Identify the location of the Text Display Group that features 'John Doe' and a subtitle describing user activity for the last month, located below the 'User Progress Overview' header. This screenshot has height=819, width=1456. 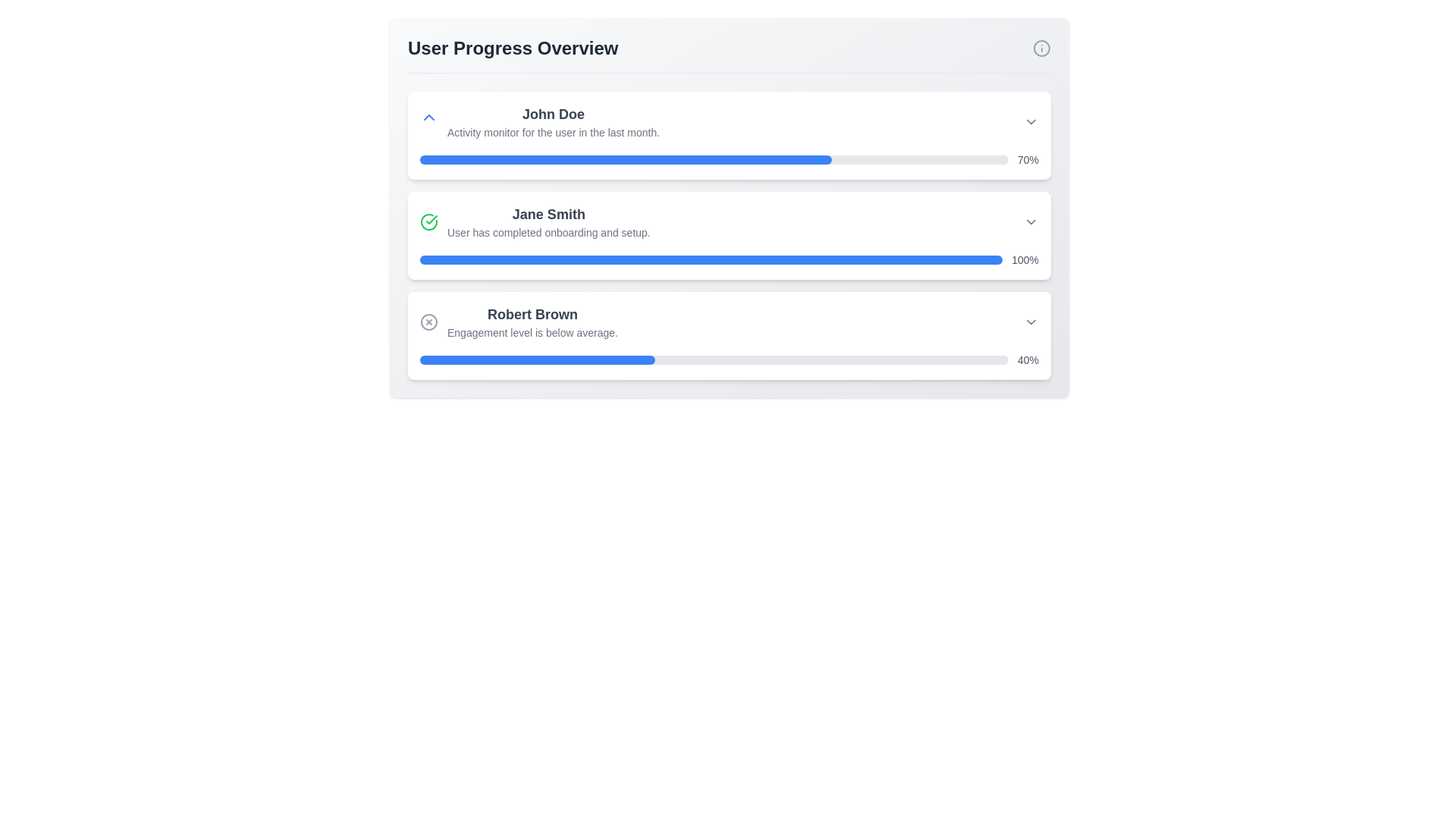
(552, 121).